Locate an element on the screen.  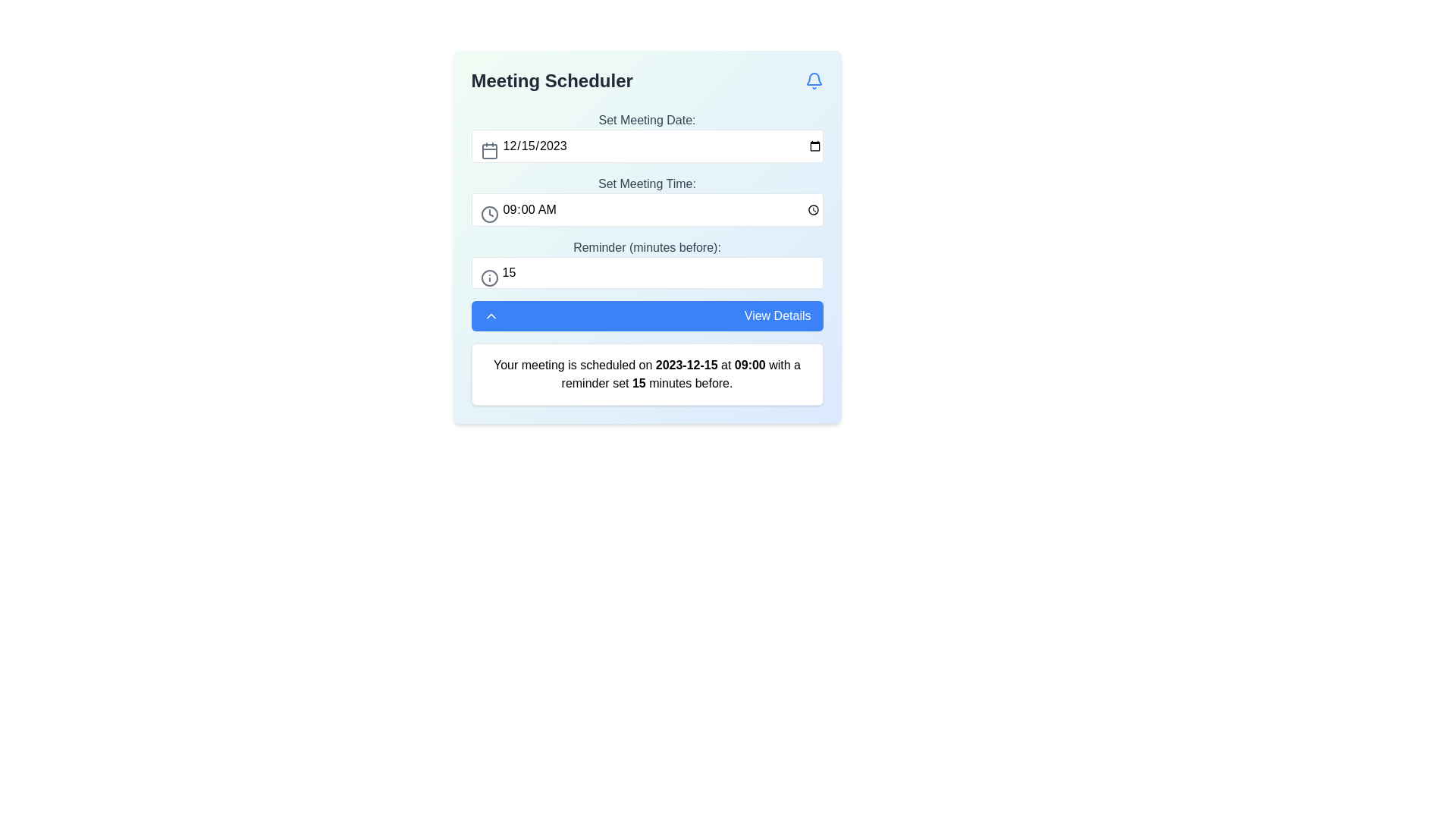
the Date Picker Input Field labeled 'Set Meeting Date:' is located at coordinates (647, 137).